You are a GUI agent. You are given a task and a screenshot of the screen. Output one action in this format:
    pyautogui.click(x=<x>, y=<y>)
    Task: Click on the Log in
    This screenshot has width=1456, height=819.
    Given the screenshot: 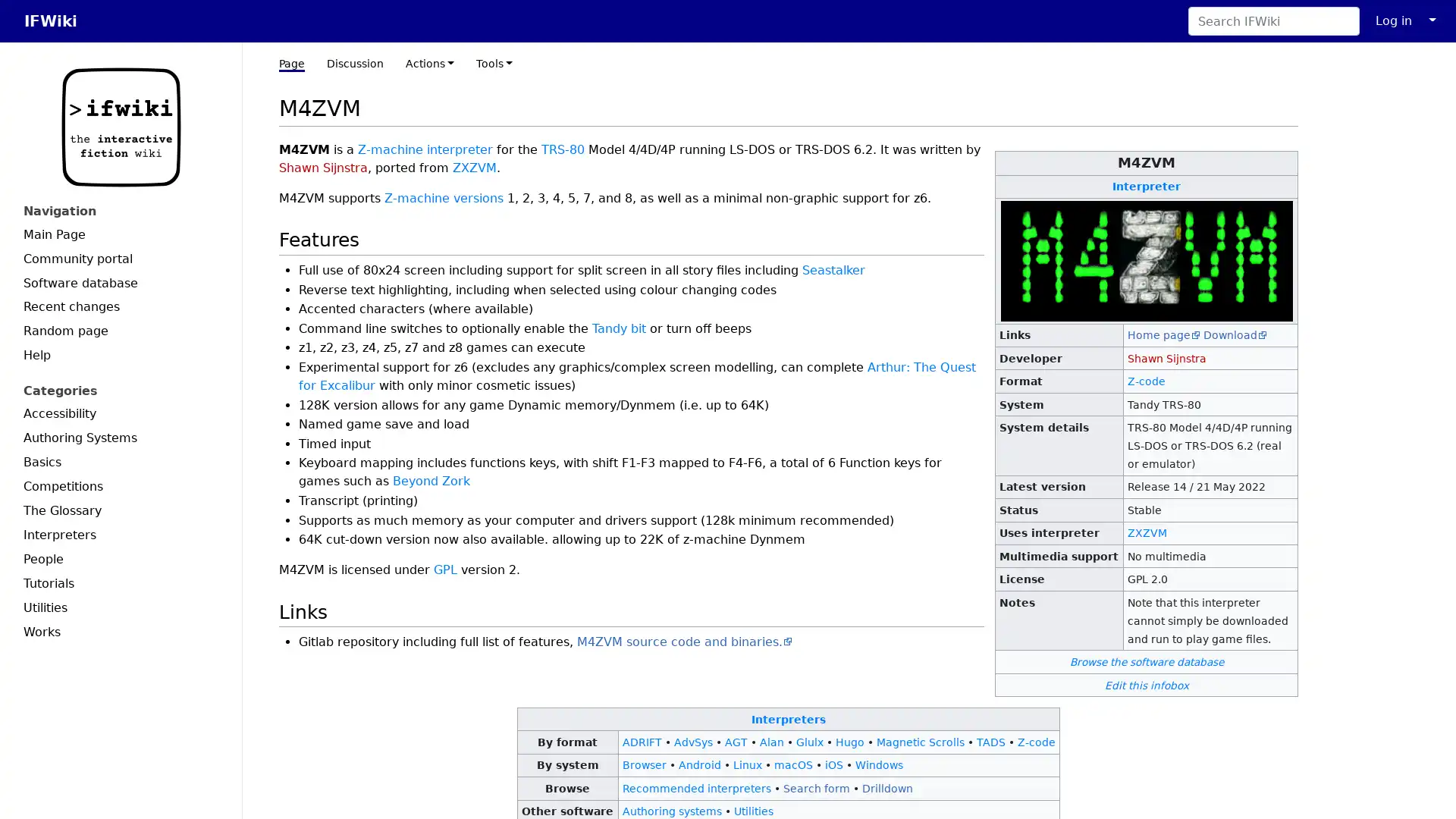 What is the action you would take?
    pyautogui.click(x=1394, y=20)
    